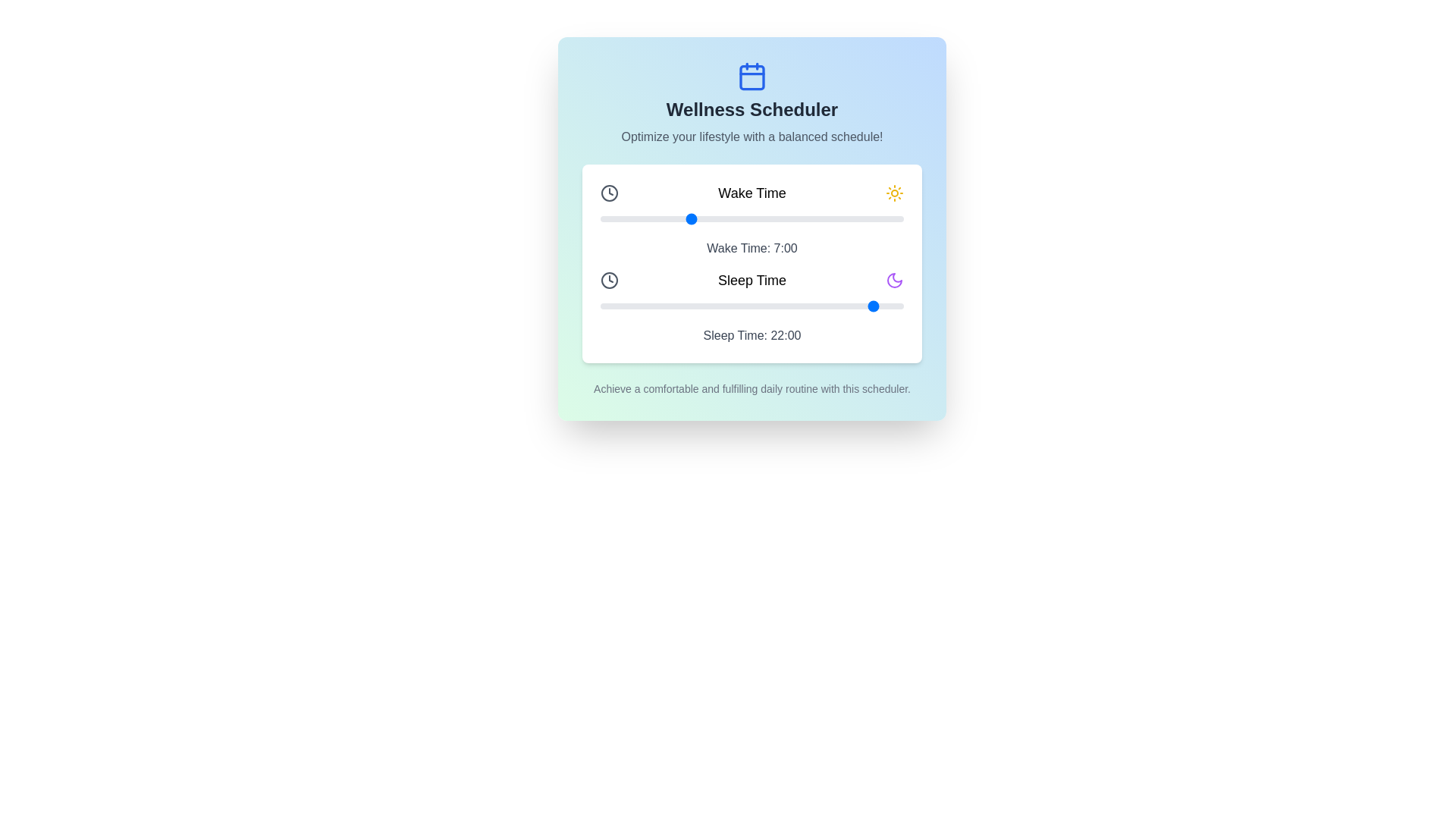 The height and width of the screenshot is (819, 1456). I want to click on the second icon representing the 'Sleep Time' setting located to the right of the 'Sleep Time' text label in the 'Wellness Scheduler' interface, so click(895, 281).